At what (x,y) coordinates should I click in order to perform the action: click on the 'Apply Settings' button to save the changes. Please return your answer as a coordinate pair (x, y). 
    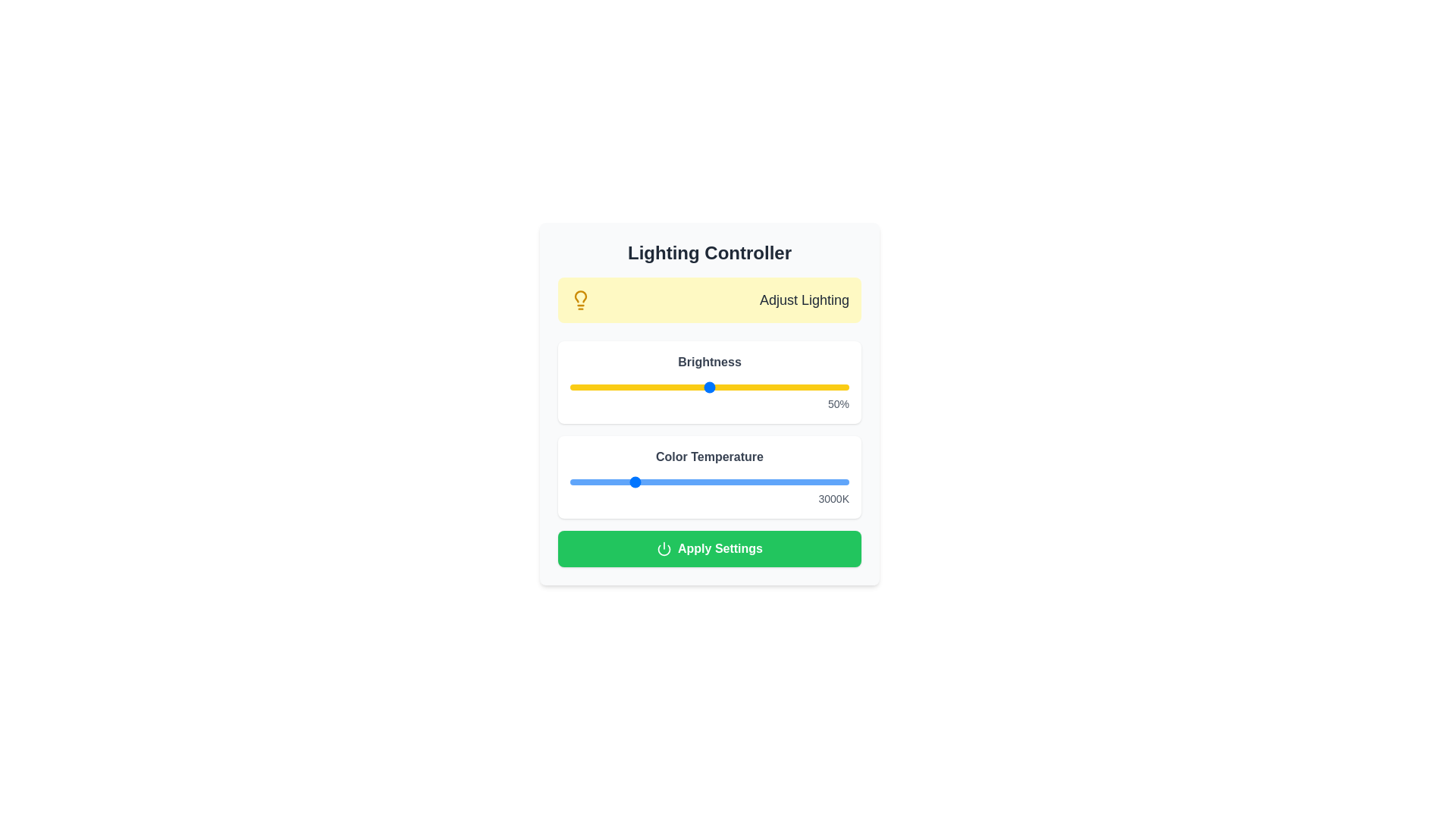
    Looking at the image, I should click on (709, 549).